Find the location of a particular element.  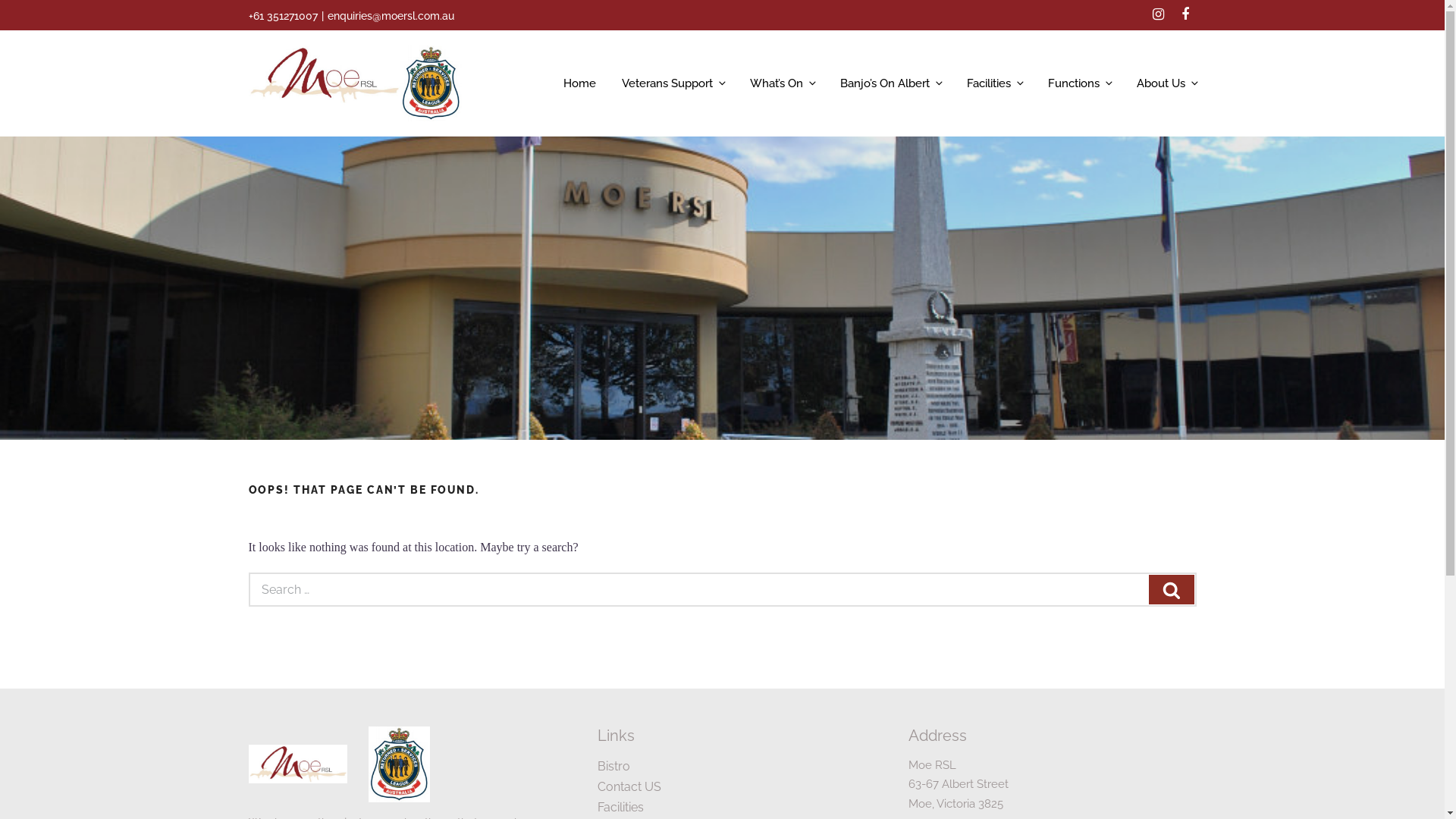

'Contact US' is located at coordinates (596, 786).